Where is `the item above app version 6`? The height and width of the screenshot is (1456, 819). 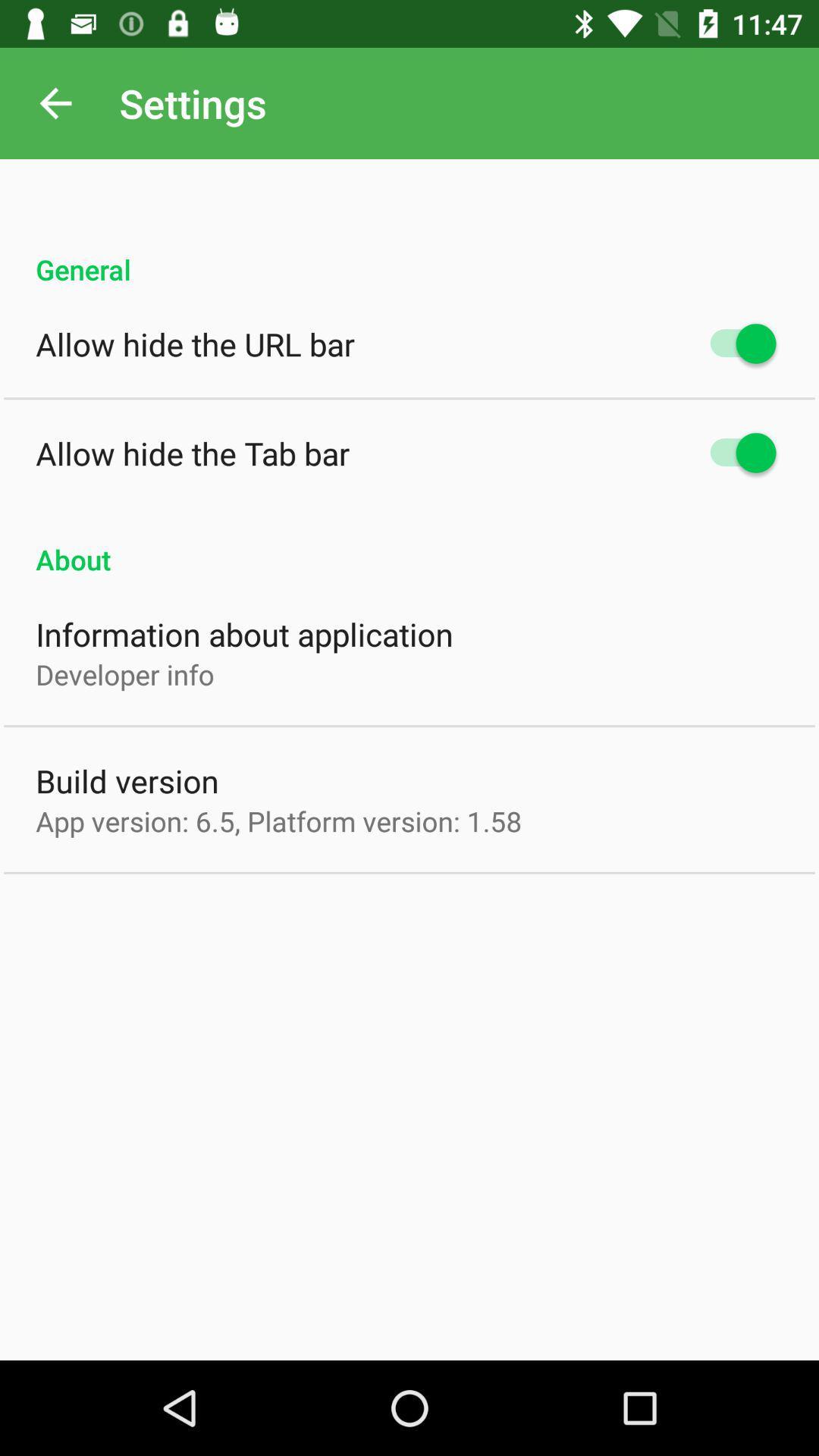 the item above app version 6 is located at coordinates (127, 780).